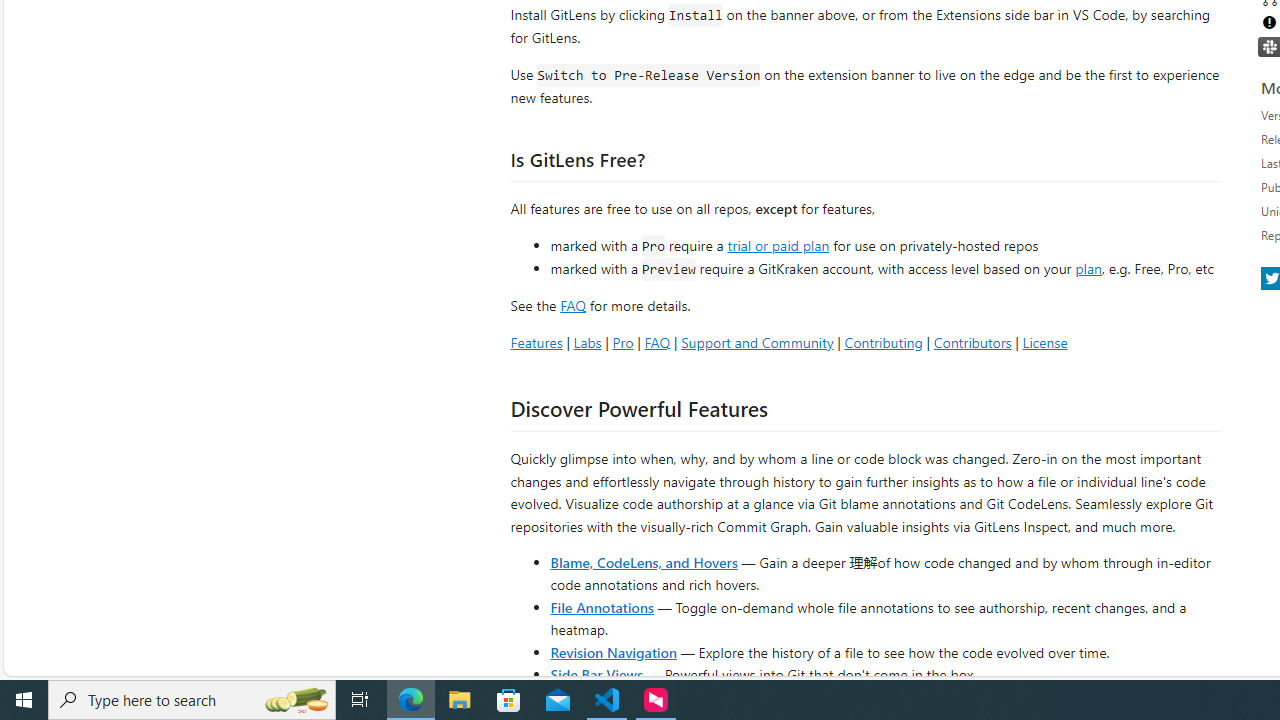 The image size is (1280, 720). What do you see at coordinates (1043, 341) in the screenshot?
I see `'License'` at bounding box center [1043, 341].